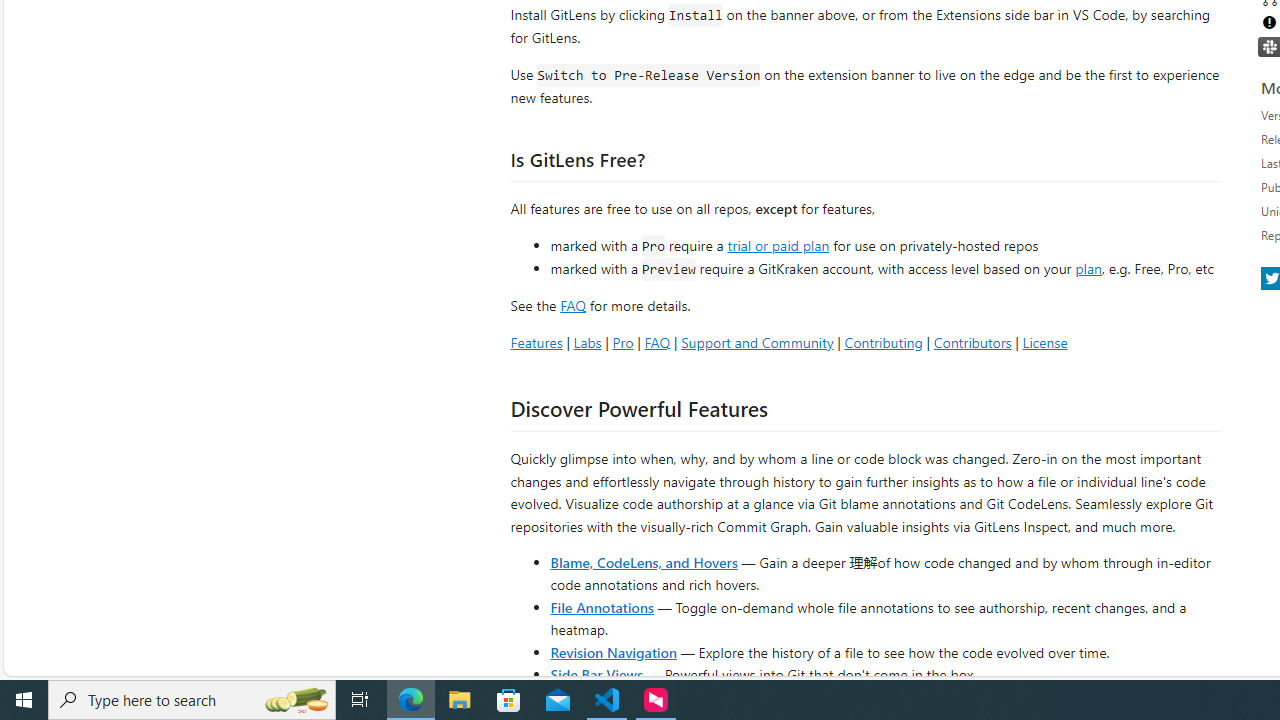 The image size is (1280, 720). What do you see at coordinates (1043, 341) in the screenshot?
I see `'License'` at bounding box center [1043, 341].